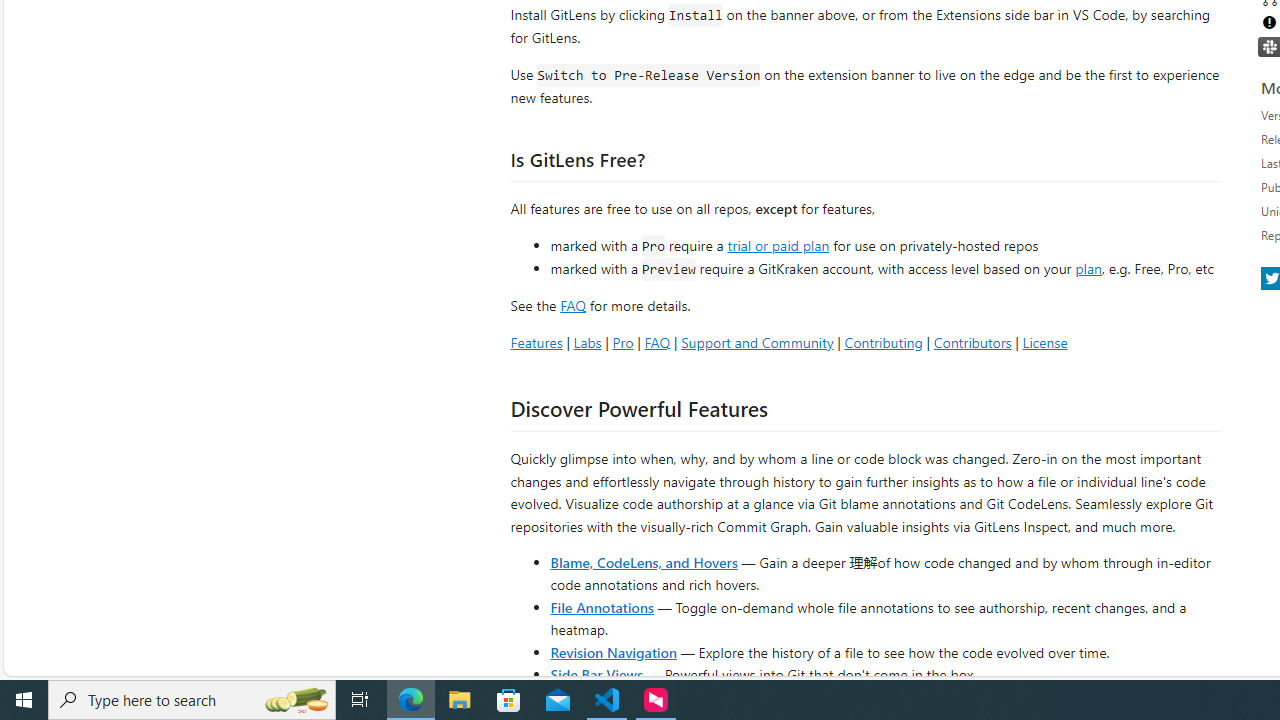 The image size is (1280, 720). What do you see at coordinates (1043, 341) in the screenshot?
I see `'License'` at bounding box center [1043, 341].